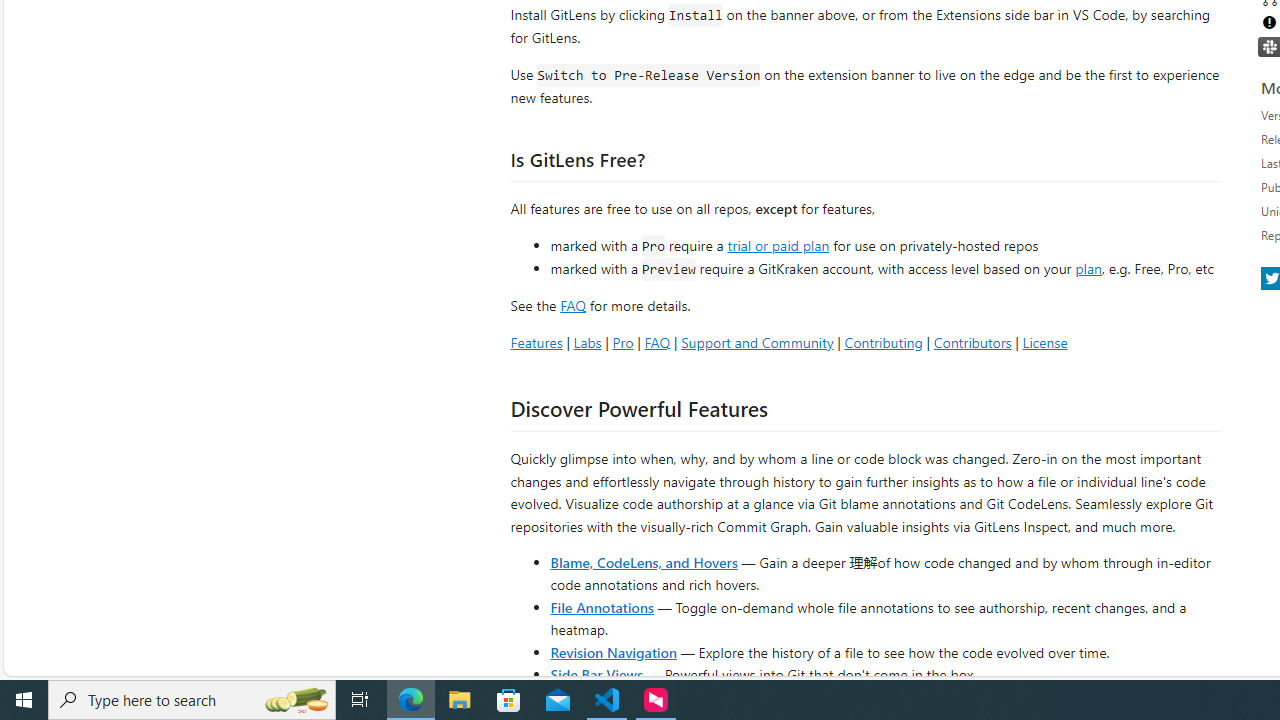 The image size is (1280, 720). What do you see at coordinates (1043, 341) in the screenshot?
I see `'License'` at bounding box center [1043, 341].